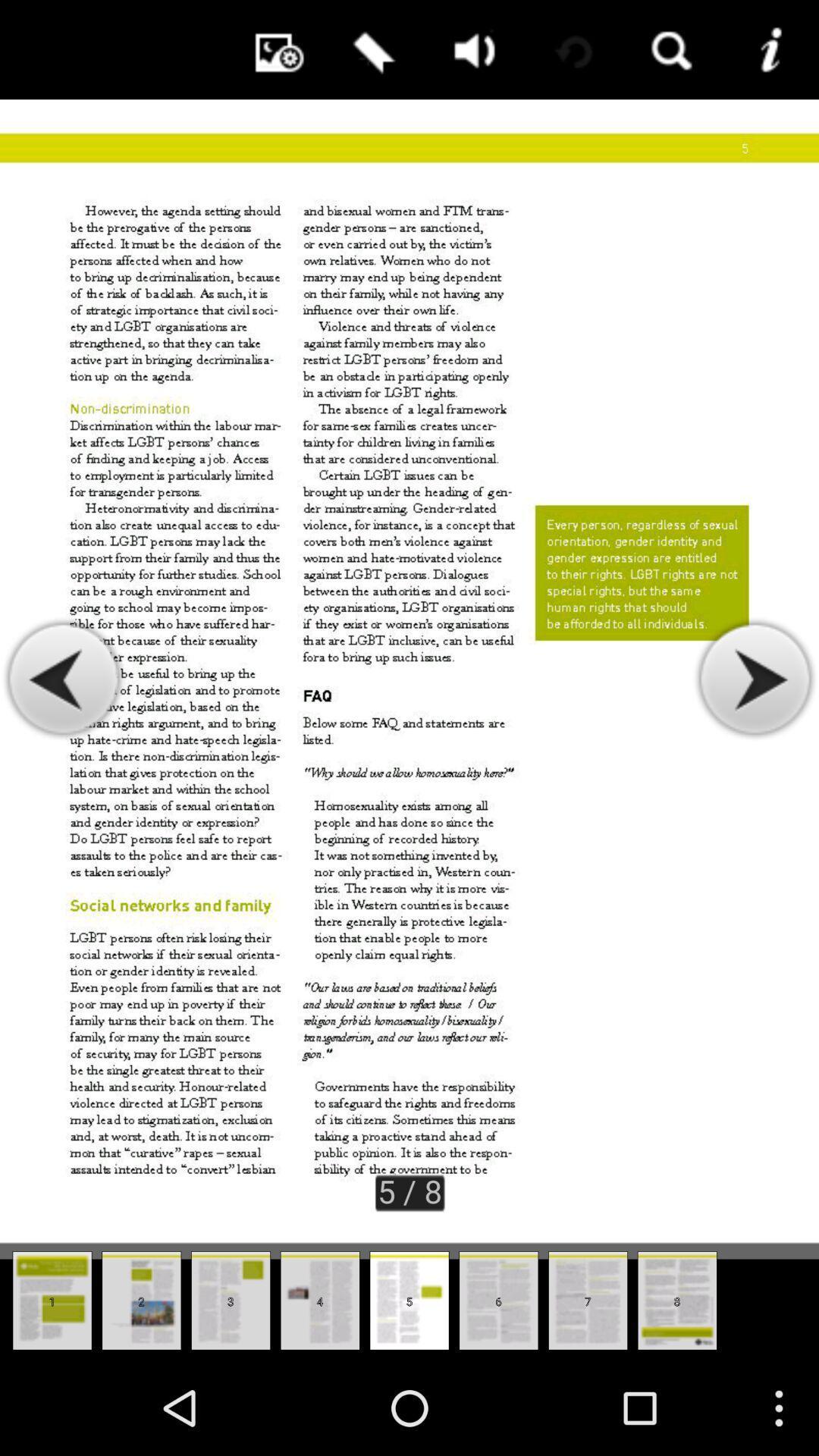  I want to click on the volume icon, so click(469, 53).